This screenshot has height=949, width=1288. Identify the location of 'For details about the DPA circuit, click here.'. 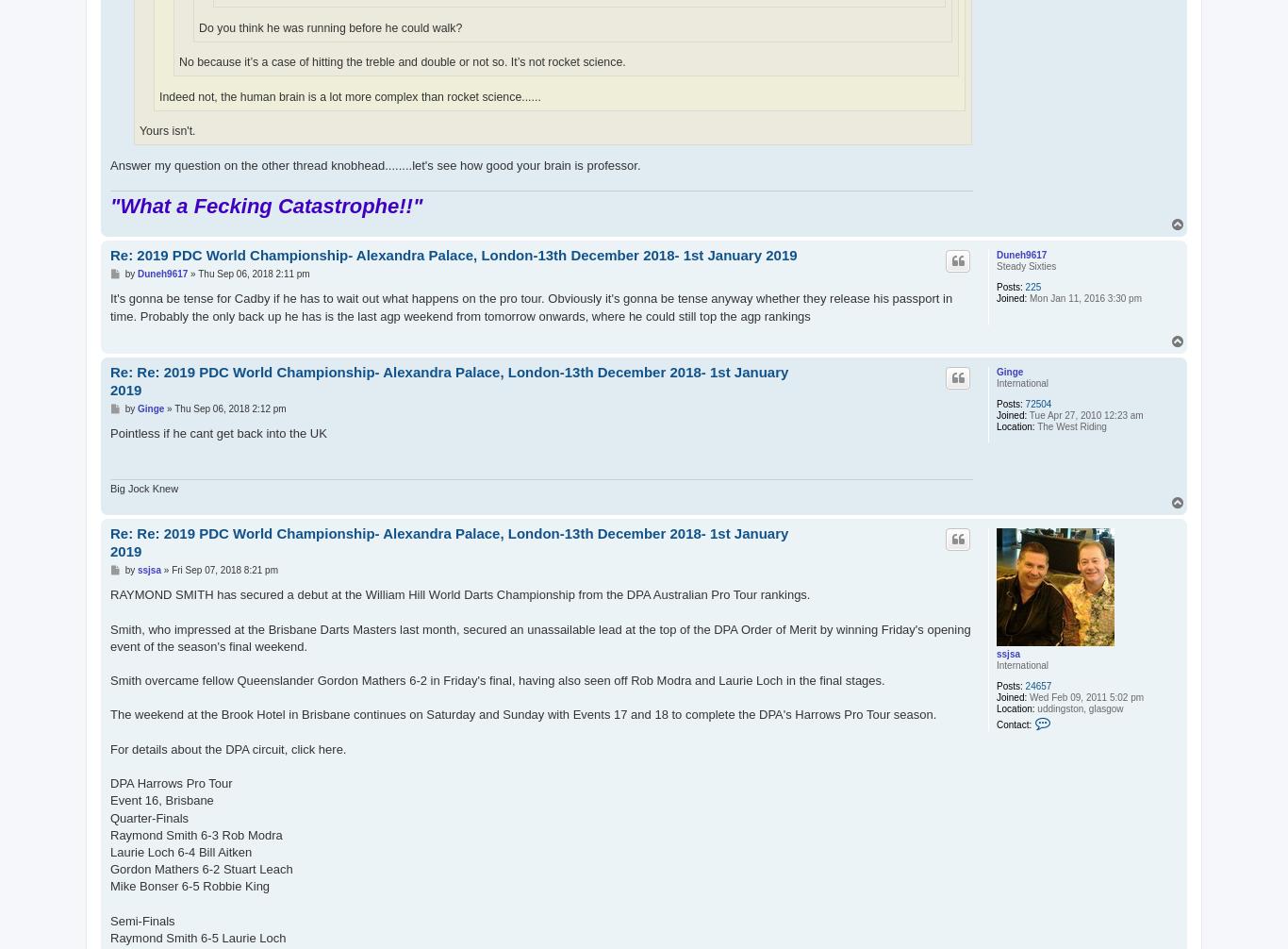
(228, 747).